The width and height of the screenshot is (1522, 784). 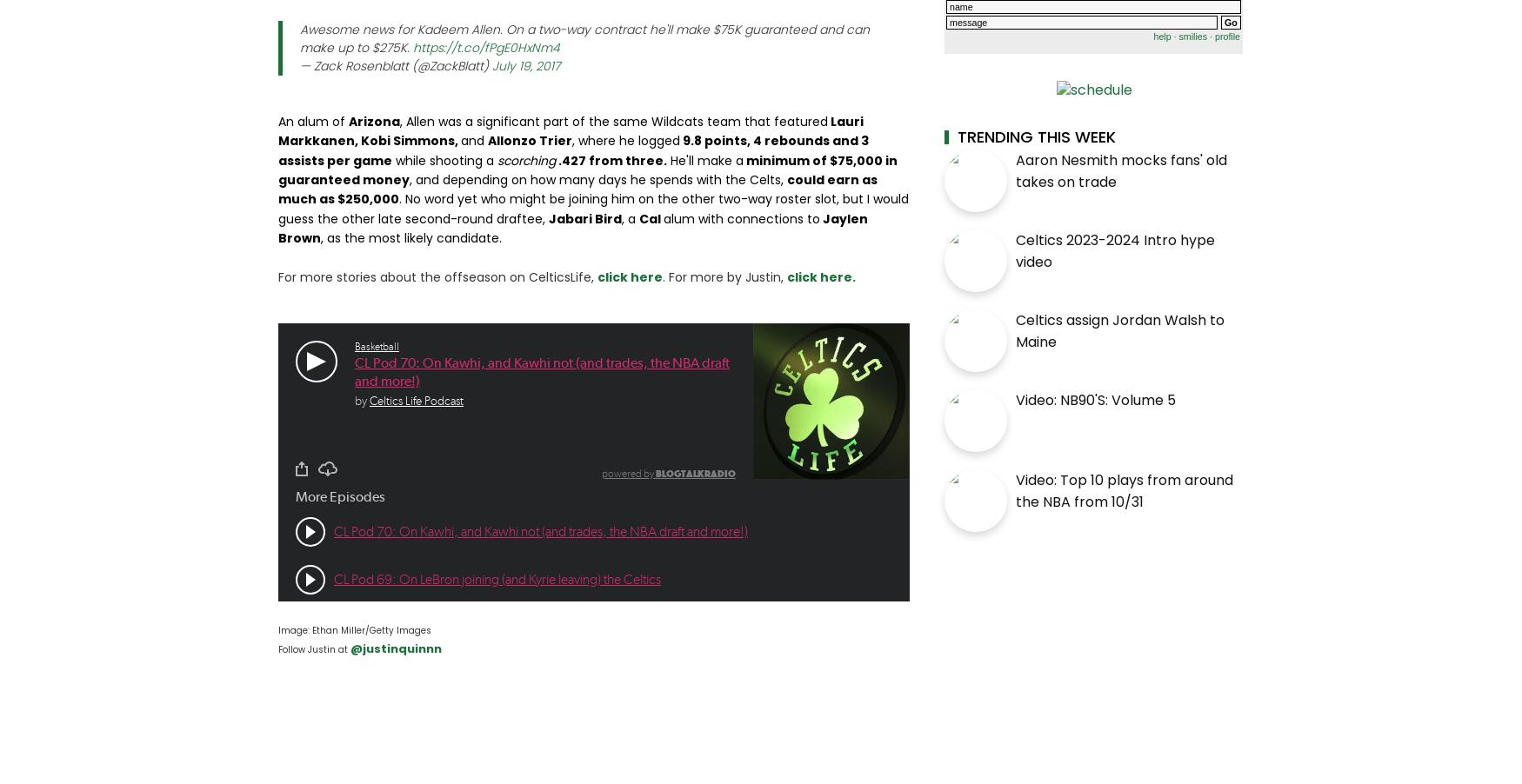 What do you see at coordinates (473, 139) in the screenshot?
I see `'and'` at bounding box center [473, 139].